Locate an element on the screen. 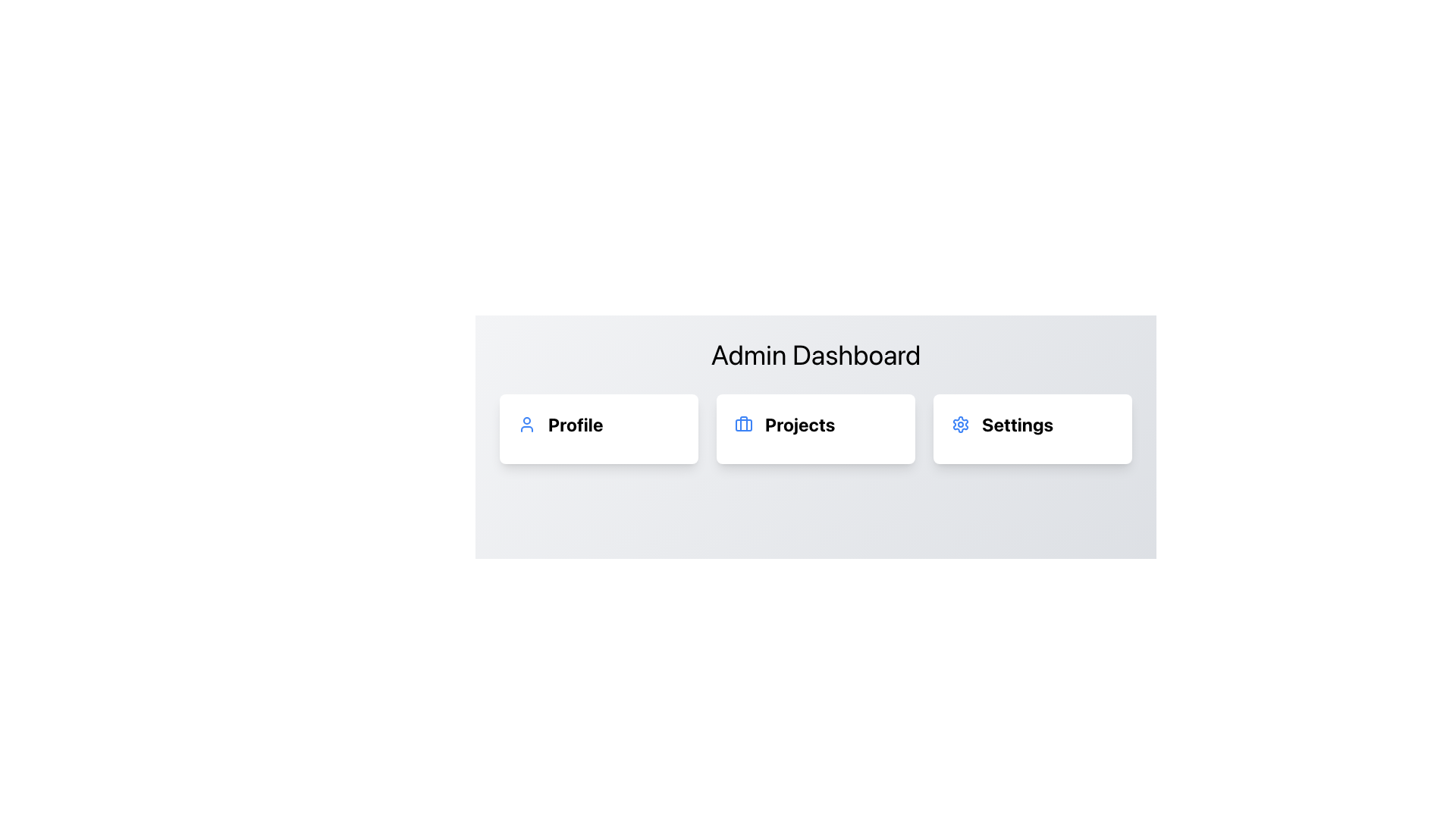  the center button-like card in the grid layout beneath the 'Admin Dashboard' heading is located at coordinates (814, 429).